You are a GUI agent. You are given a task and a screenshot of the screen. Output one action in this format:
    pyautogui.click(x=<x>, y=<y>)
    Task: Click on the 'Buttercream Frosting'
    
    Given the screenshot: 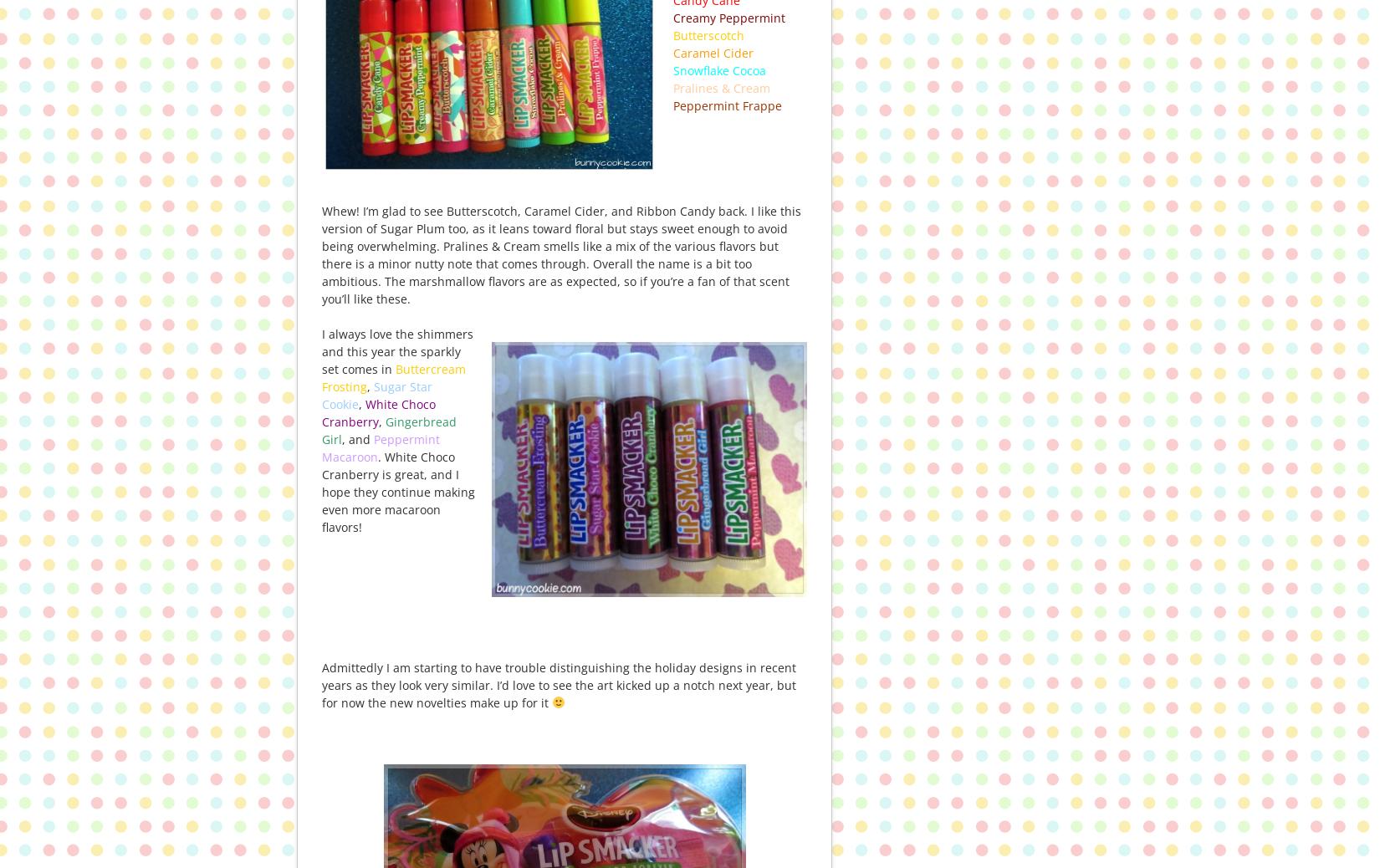 What is the action you would take?
    pyautogui.click(x=393, y=377)
    